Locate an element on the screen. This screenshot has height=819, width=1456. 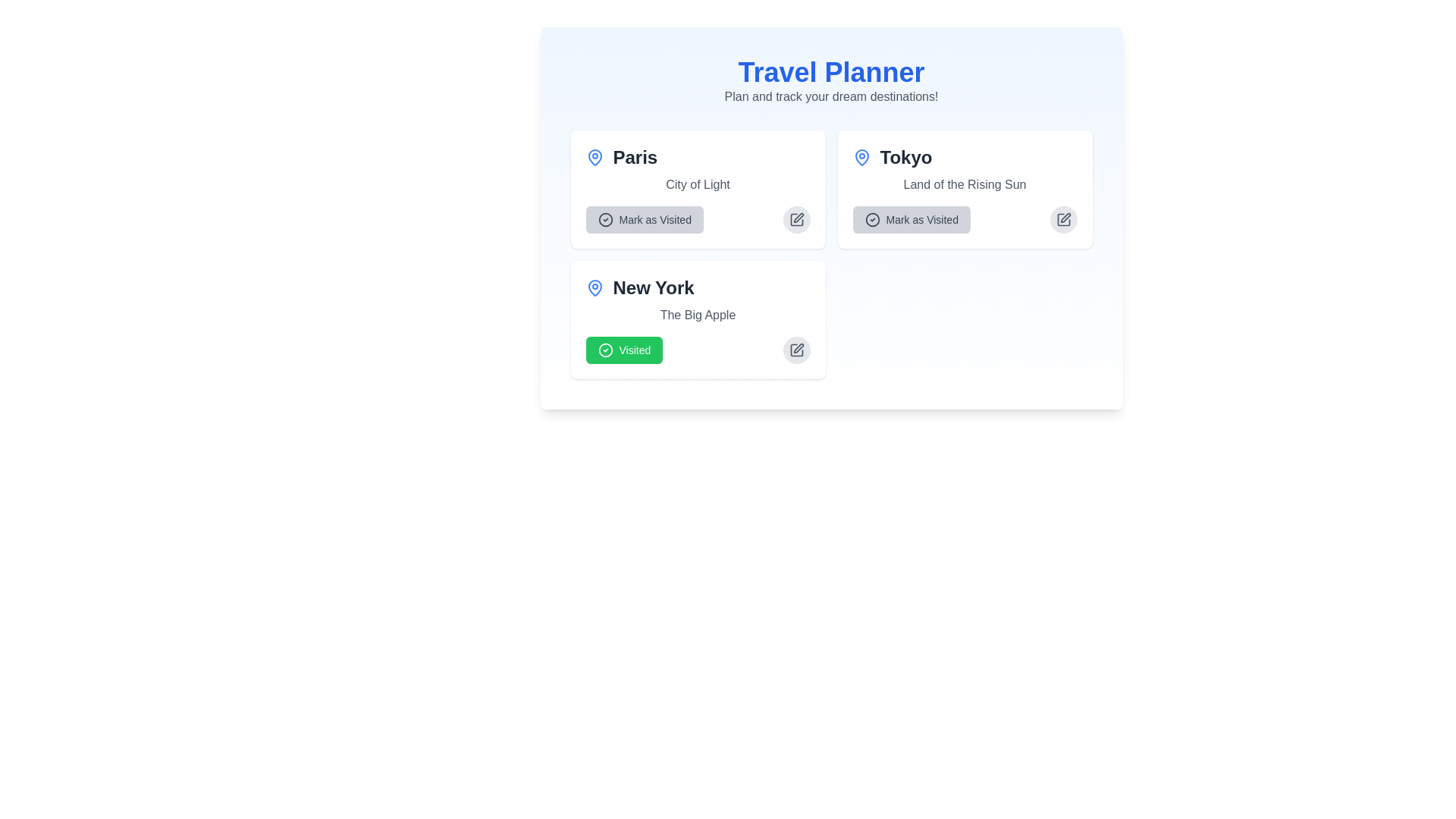
the icon indicating the status of the 'Paris' destination, which is positioned in the top-left section of the interface adjacent to the 'Mark as Visited' button is located at coordinates (604, 219).